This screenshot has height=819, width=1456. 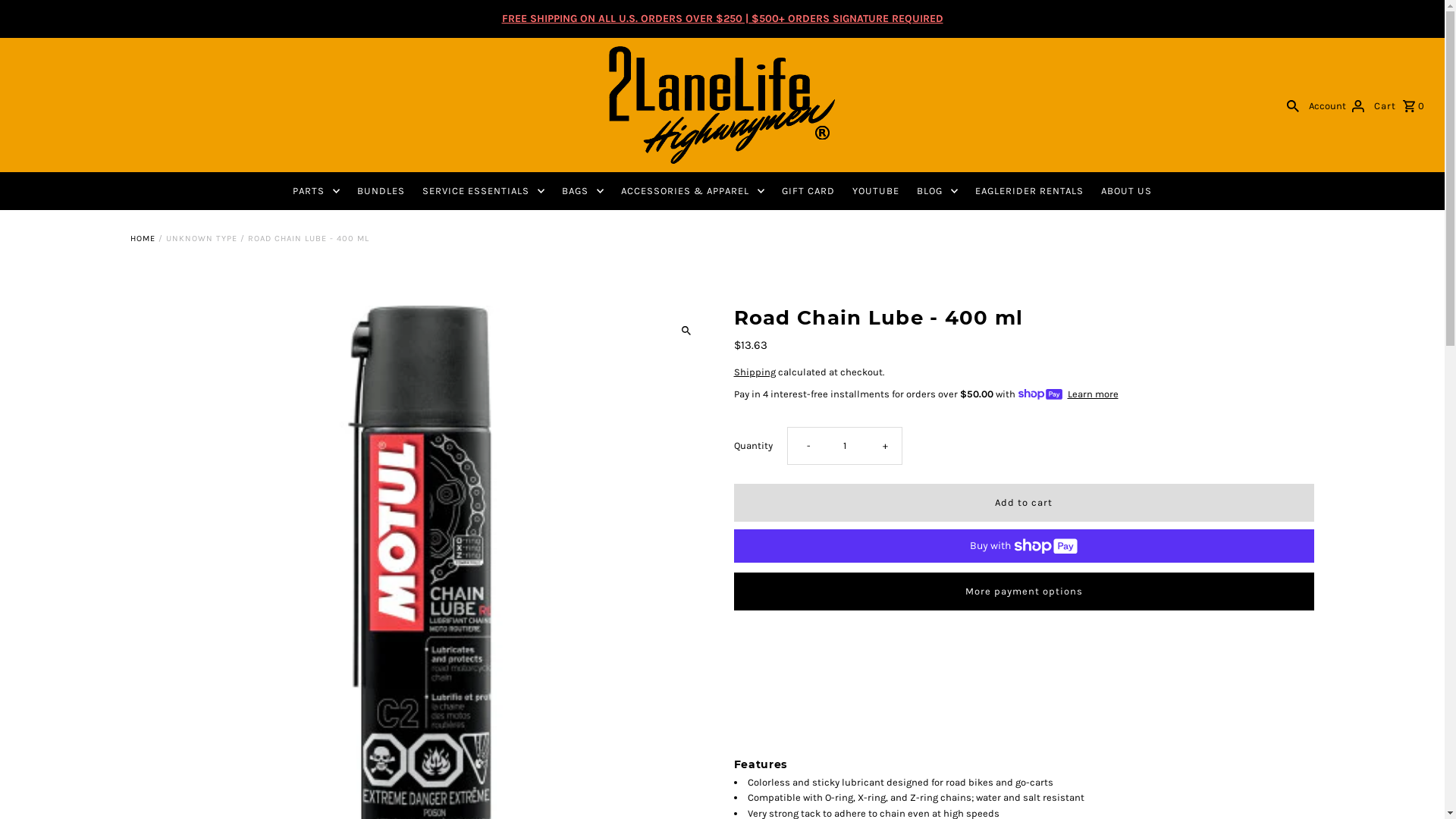 I want to click on 'EAGLERIDER RENTALS', so click(x=1029, y=190).